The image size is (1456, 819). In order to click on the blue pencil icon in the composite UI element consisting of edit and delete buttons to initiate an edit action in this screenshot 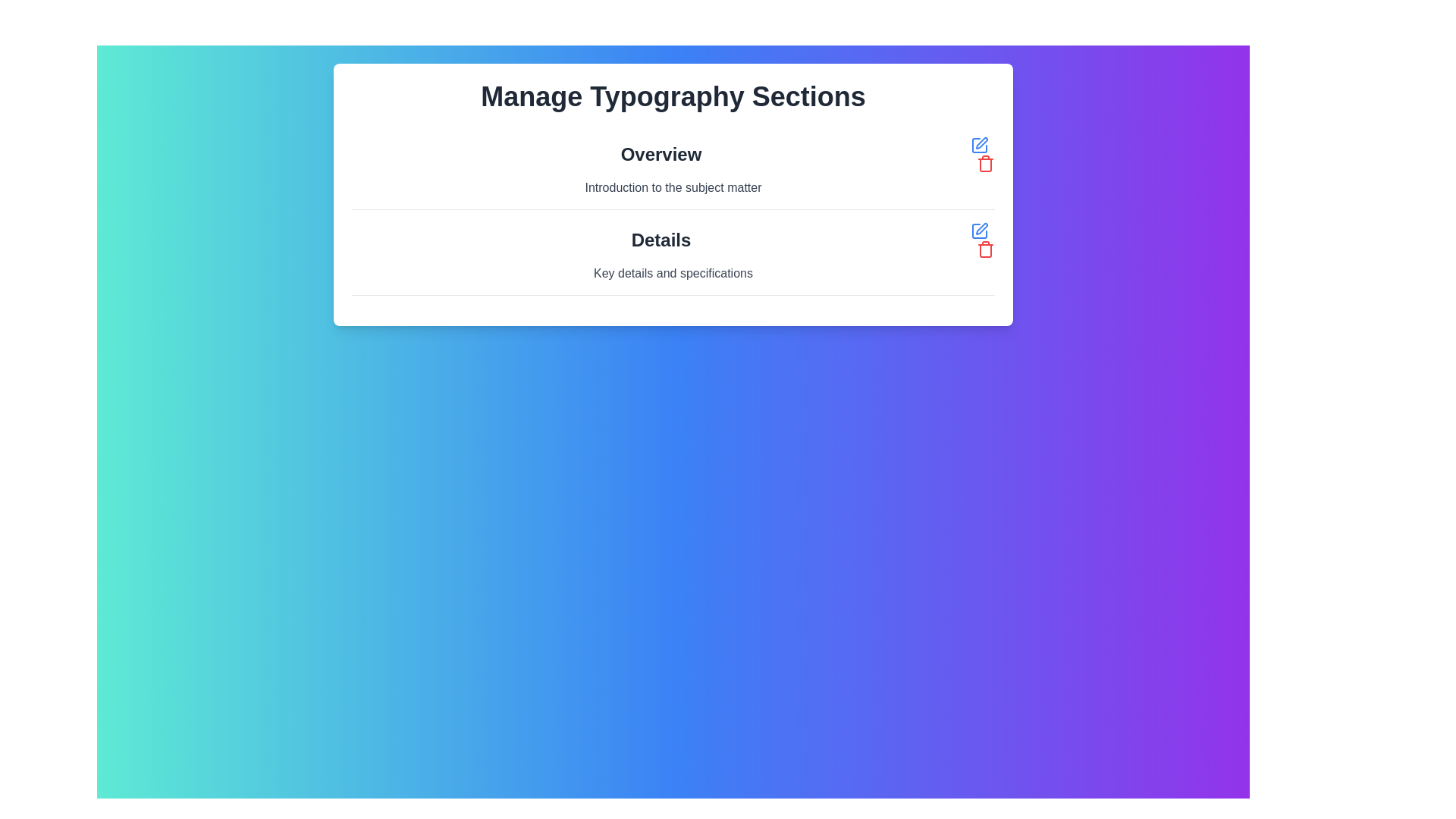, I will do `click(983, 155)`.